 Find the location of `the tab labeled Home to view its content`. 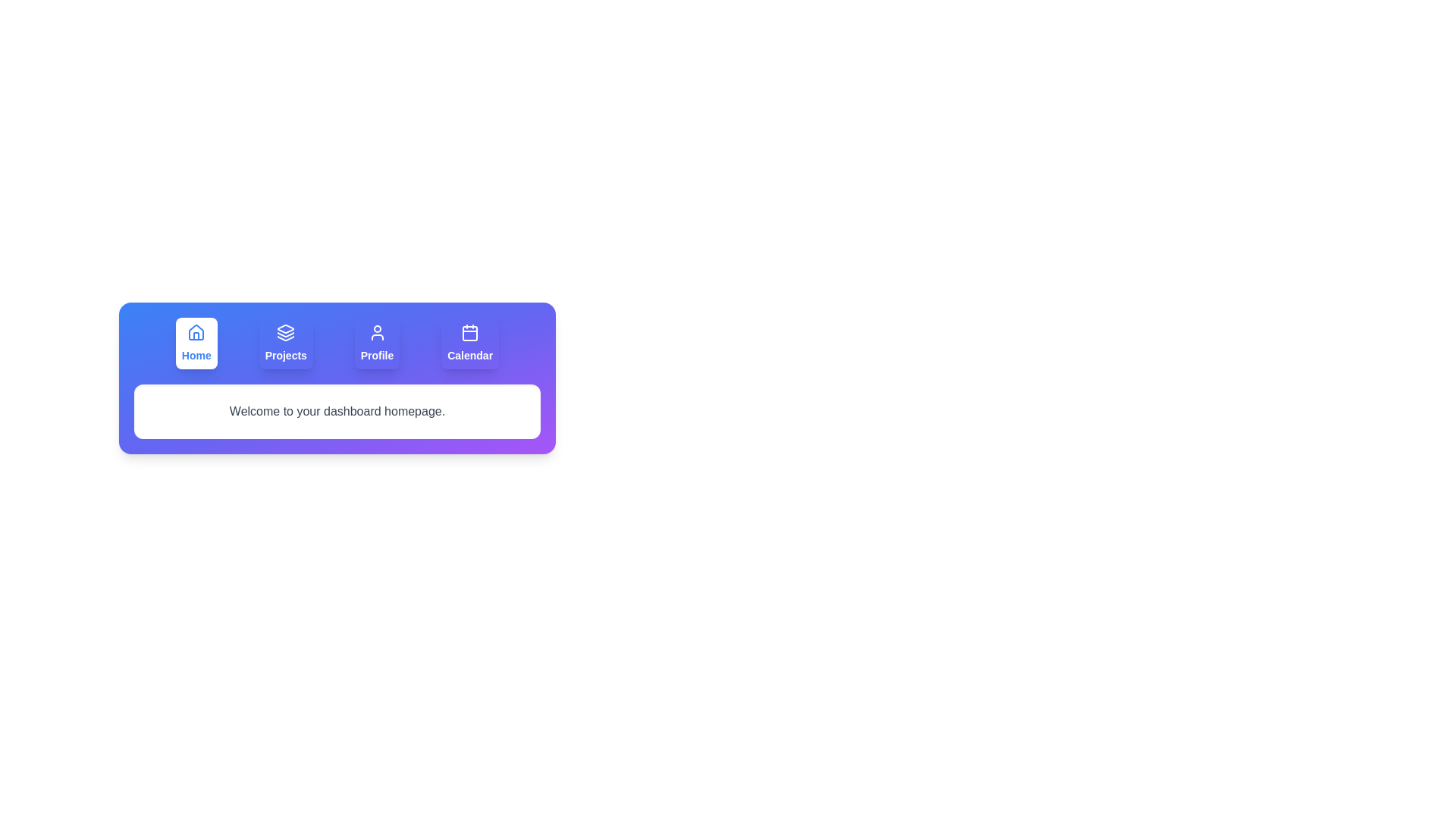

the tab labeled Home to view its content is located at coordinates (196, 343).